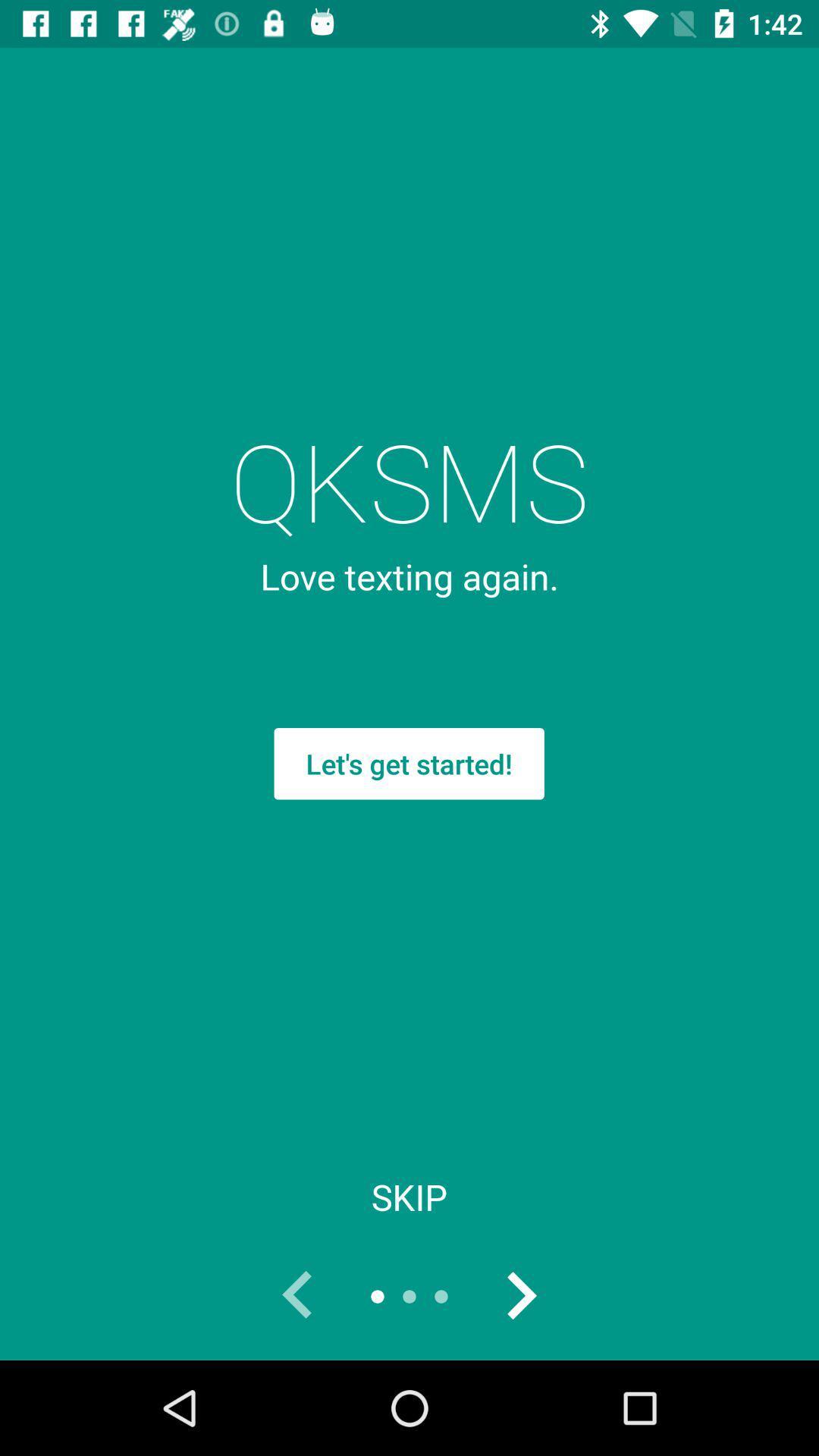  Describe the element at coordinates (298, 1295) in the screenshot. I see `go back` at that location.